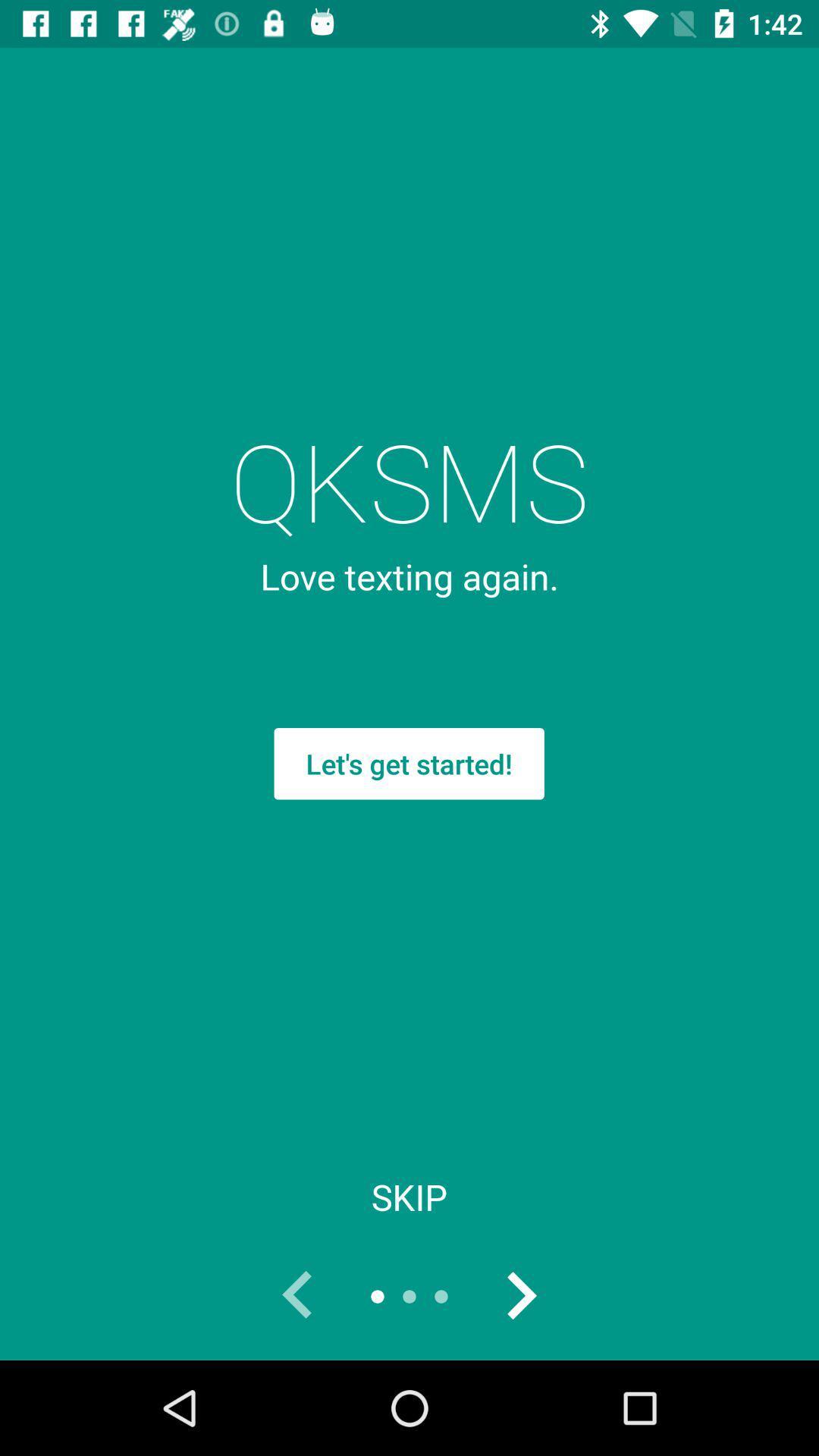  Describe the element at coordinates (298, 1295) in the screenshot. I see `go back` at that location.